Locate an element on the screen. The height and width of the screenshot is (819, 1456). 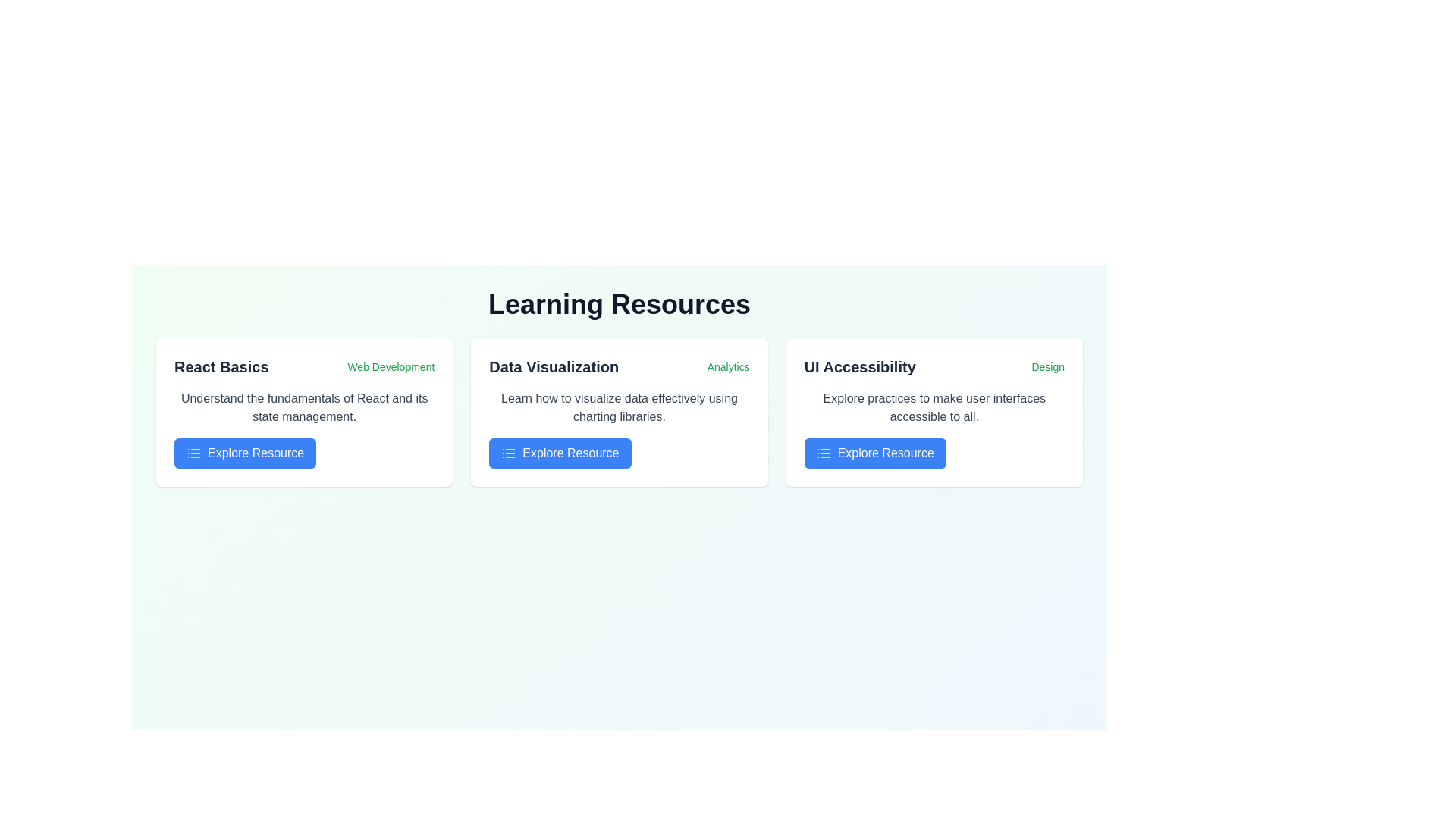
the third button in the 'UI Accessibility' section is located at coordinates (875, 452).